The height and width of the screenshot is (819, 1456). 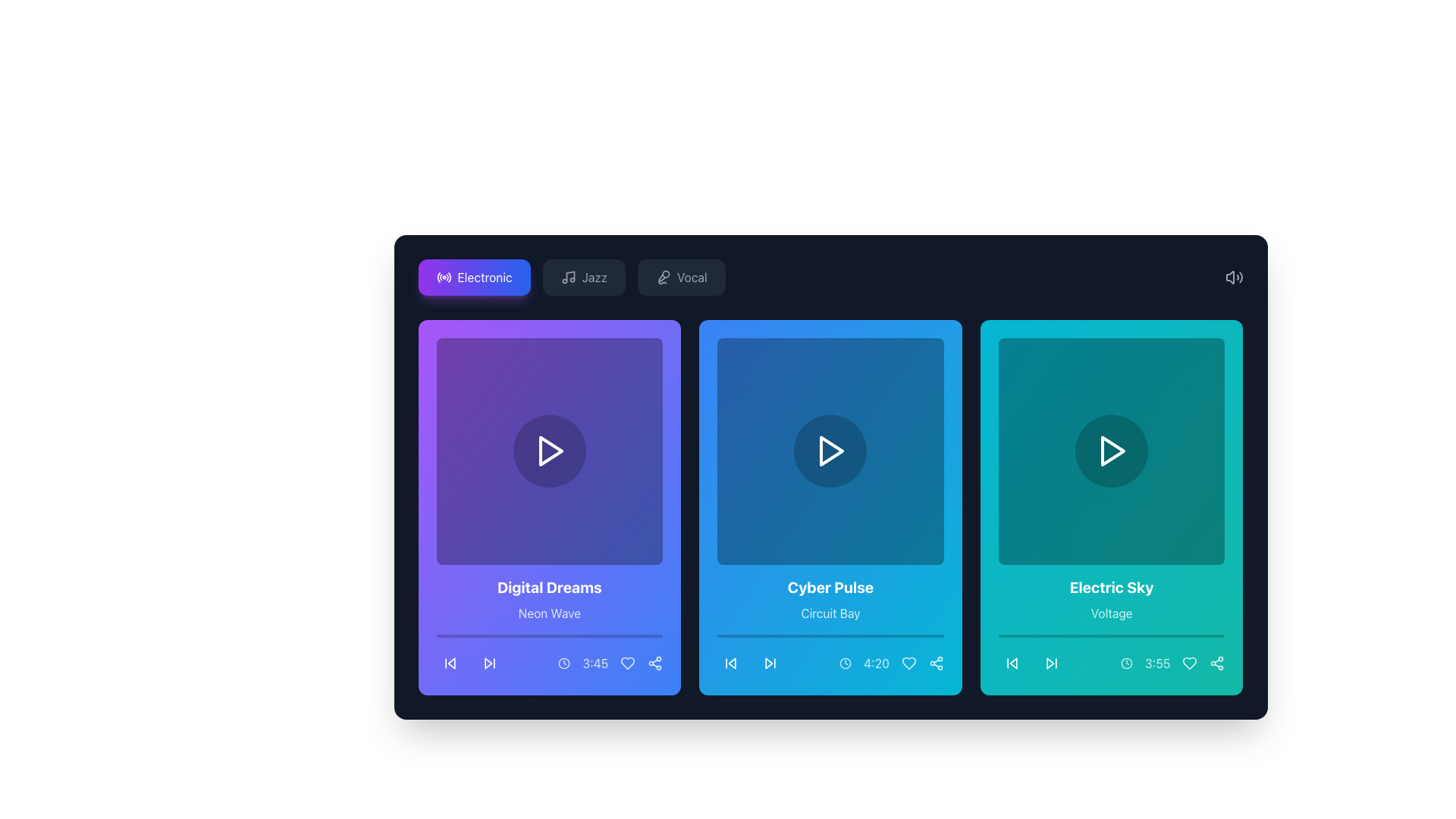 I want to click on the microphone icon located inside the 'Vocal' button, which is on the rightmost side of a row of buttons at the top of the interface, so click(x=663, y=278).